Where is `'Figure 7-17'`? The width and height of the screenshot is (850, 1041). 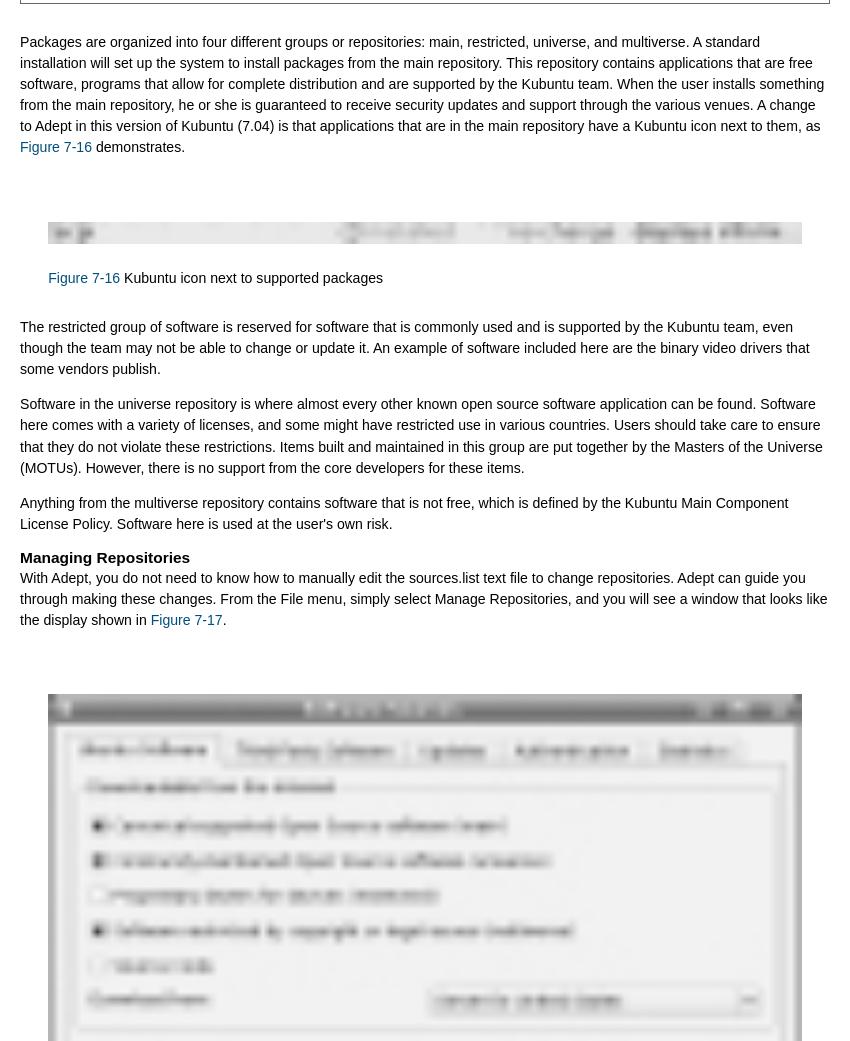
'Figure 7-17' is located at coordinates (184, 618).